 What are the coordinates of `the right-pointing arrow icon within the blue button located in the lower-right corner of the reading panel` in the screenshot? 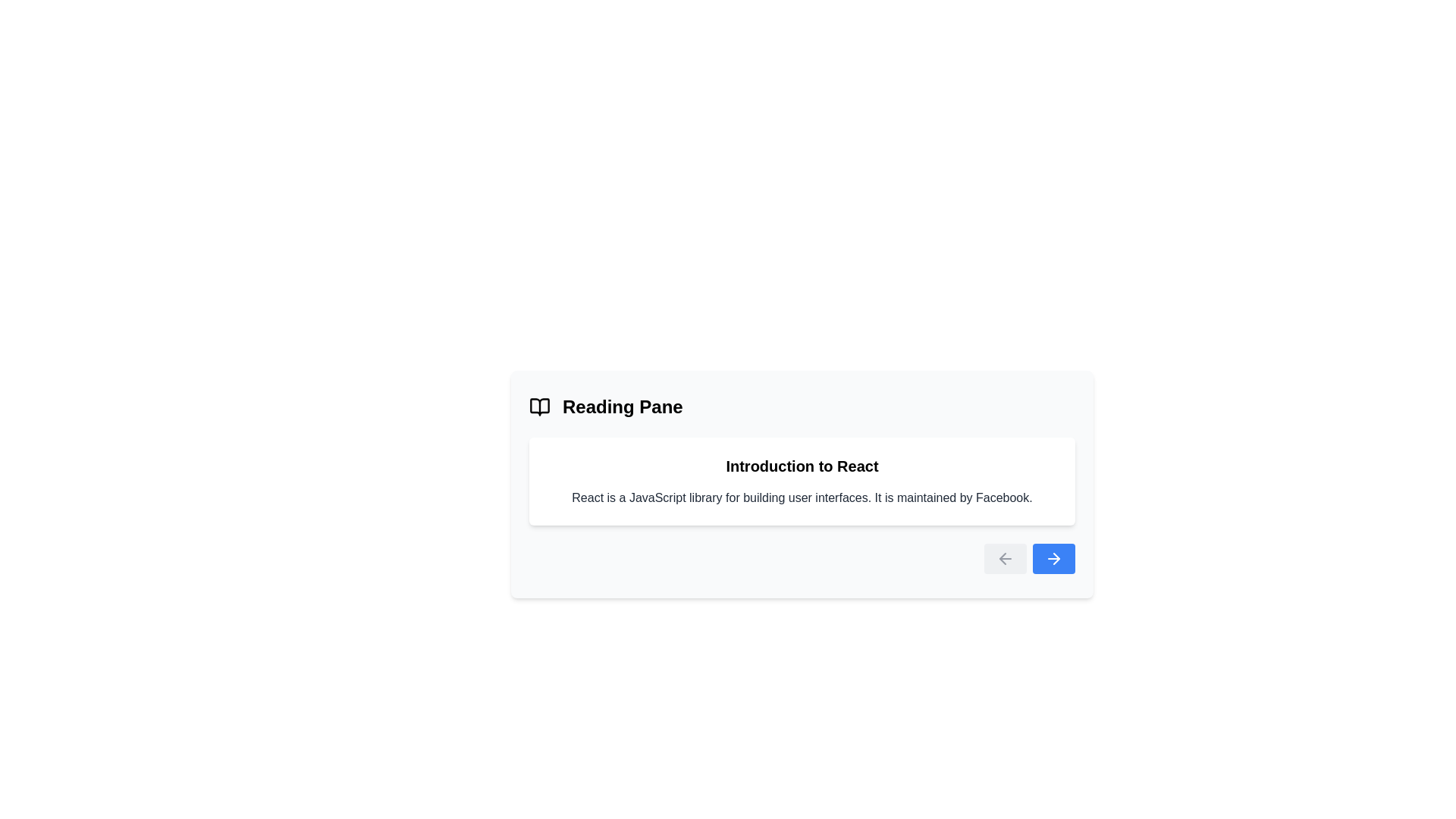 It's located at (1053, 558).